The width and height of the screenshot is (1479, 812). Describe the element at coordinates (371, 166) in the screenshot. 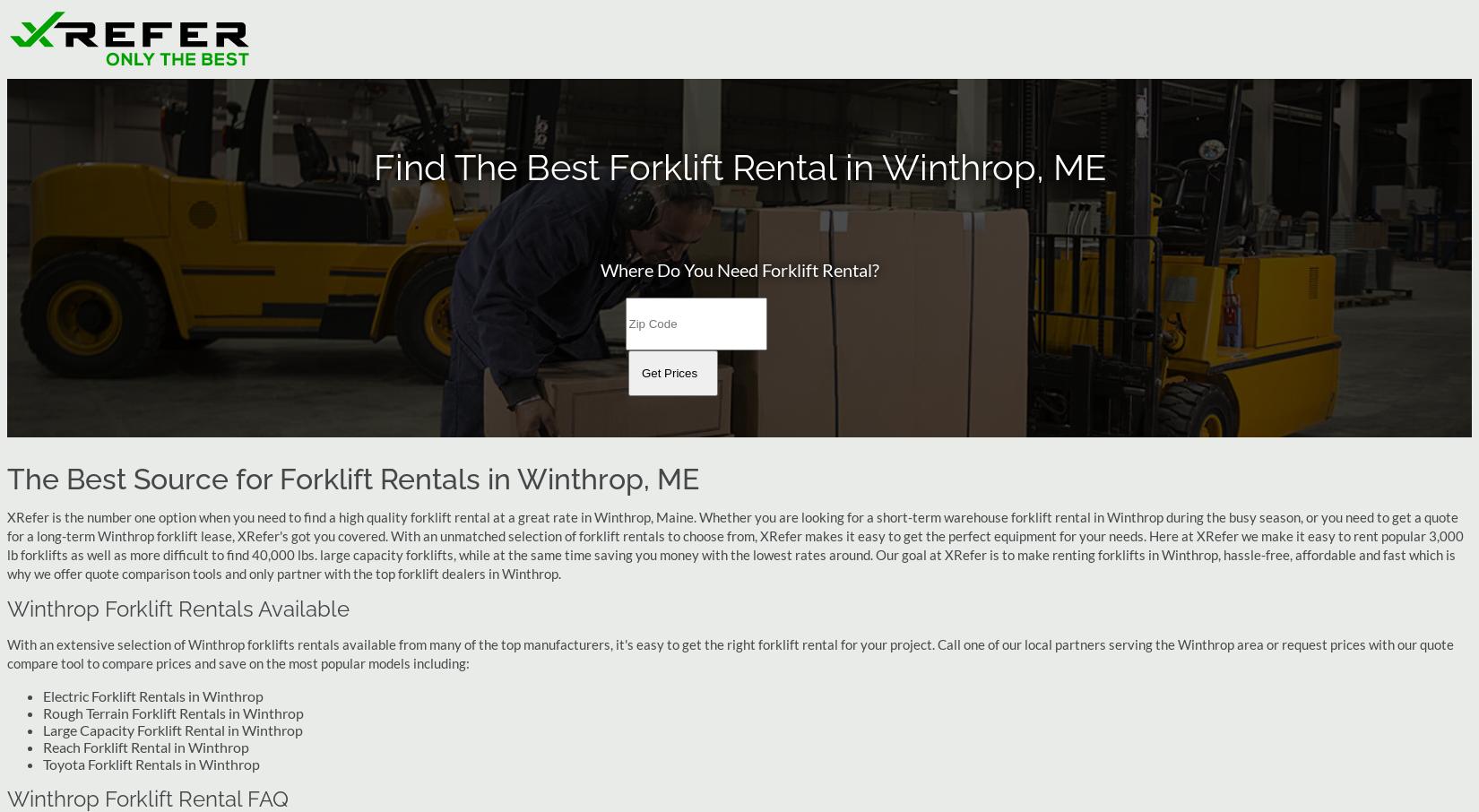

I see `'Find The Best Forklift Rental in Winthrop, ME'` at that location.